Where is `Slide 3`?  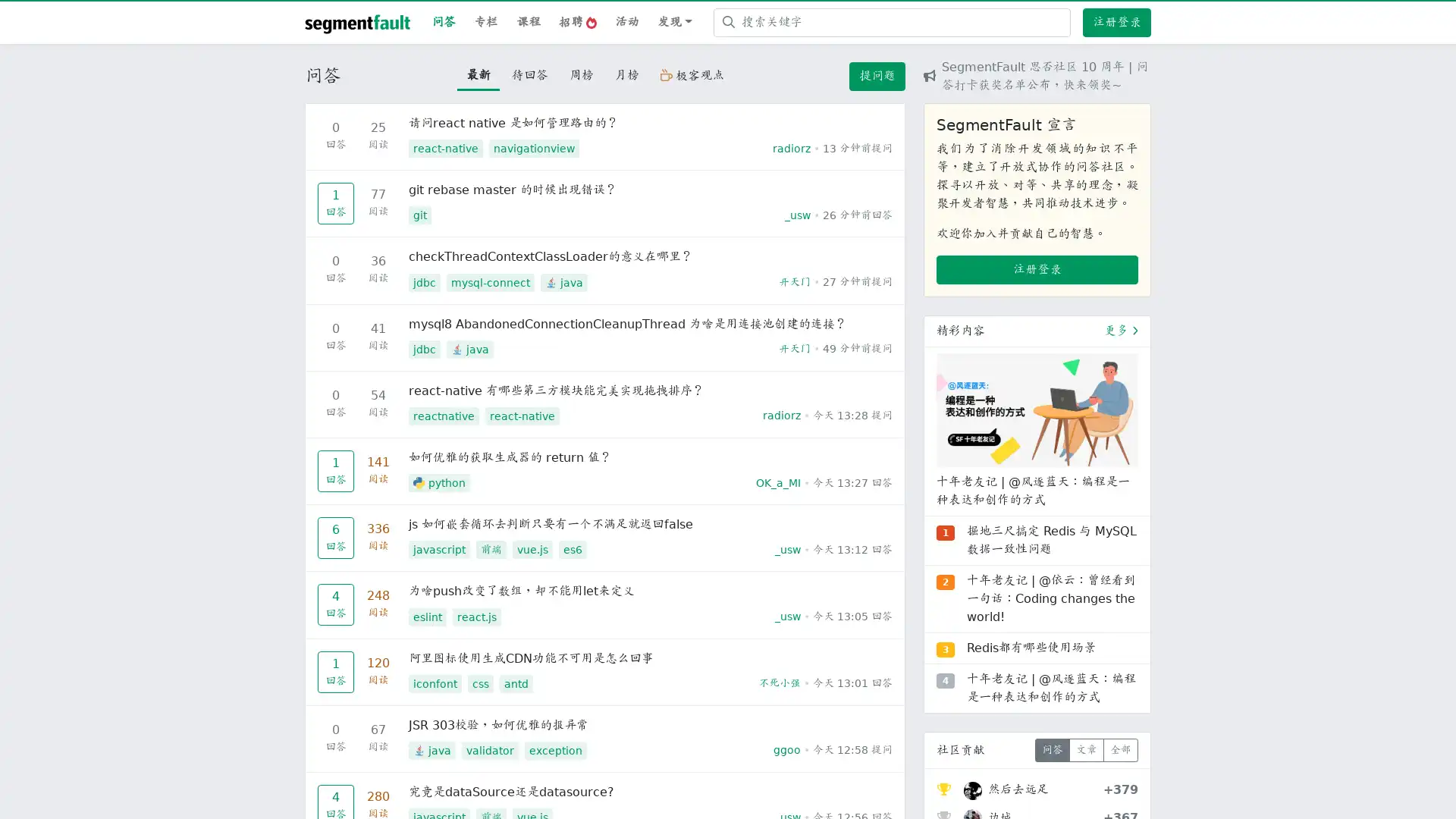
Slide 3 is located at coordinates (1063, 626).